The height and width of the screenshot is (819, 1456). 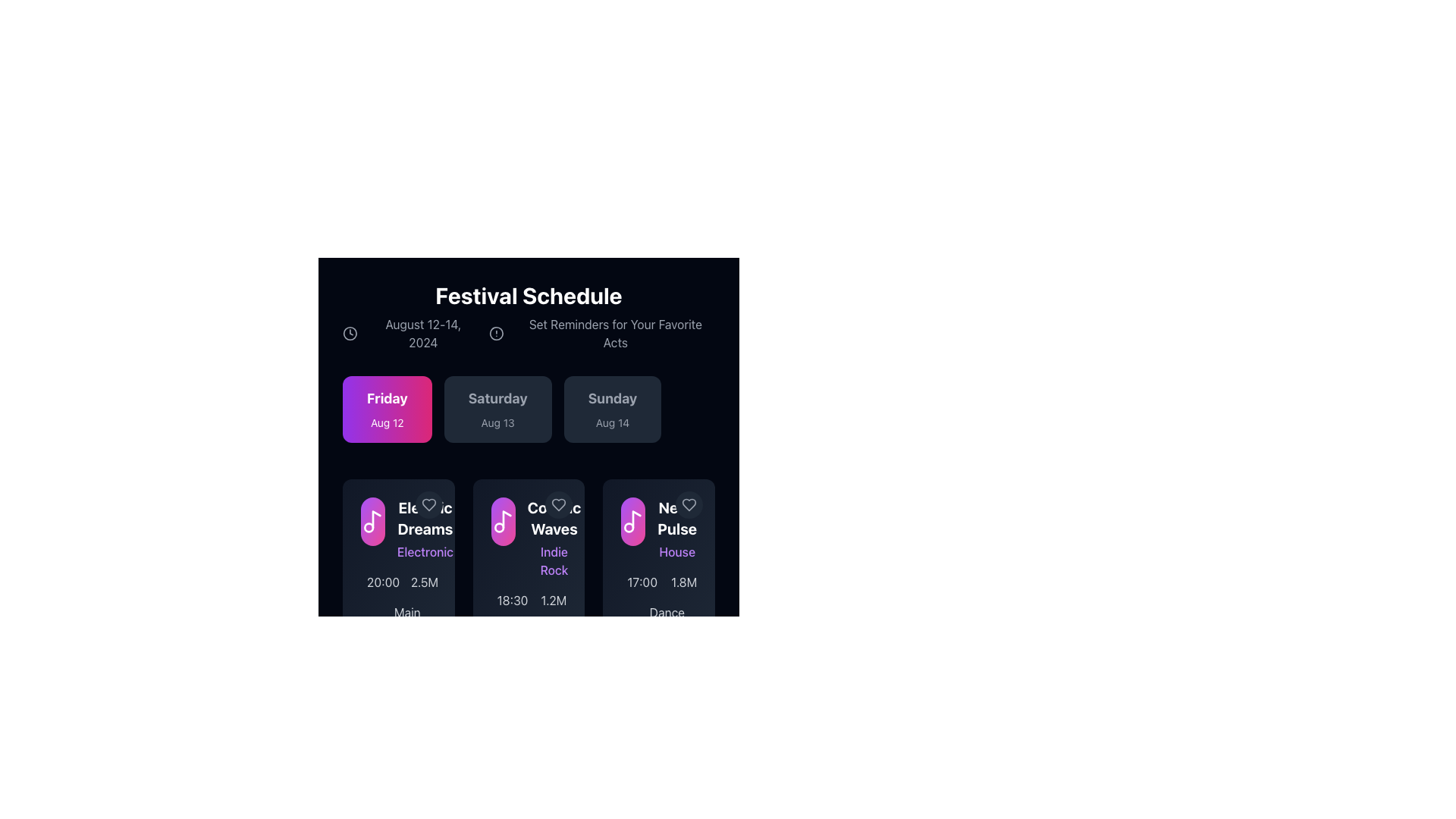 I want to click on the circular heart icon with a dark gray background located at the top-right corner of the 'Cosmic Waves' event card, so click(x=558, y=505).